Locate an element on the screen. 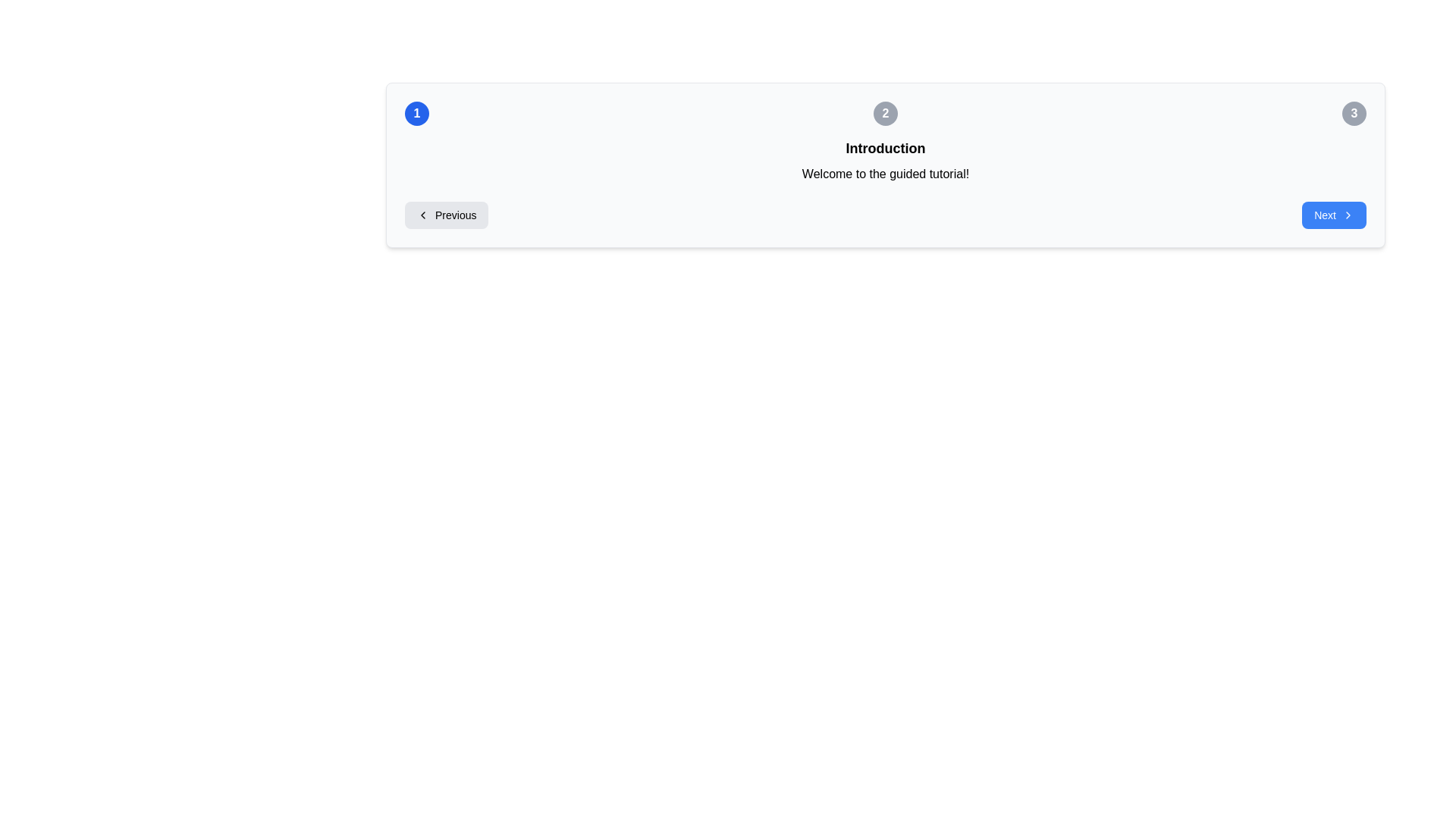  the third button in the horizontal arrangement of step indicators is located at coordinates (1354, 113).